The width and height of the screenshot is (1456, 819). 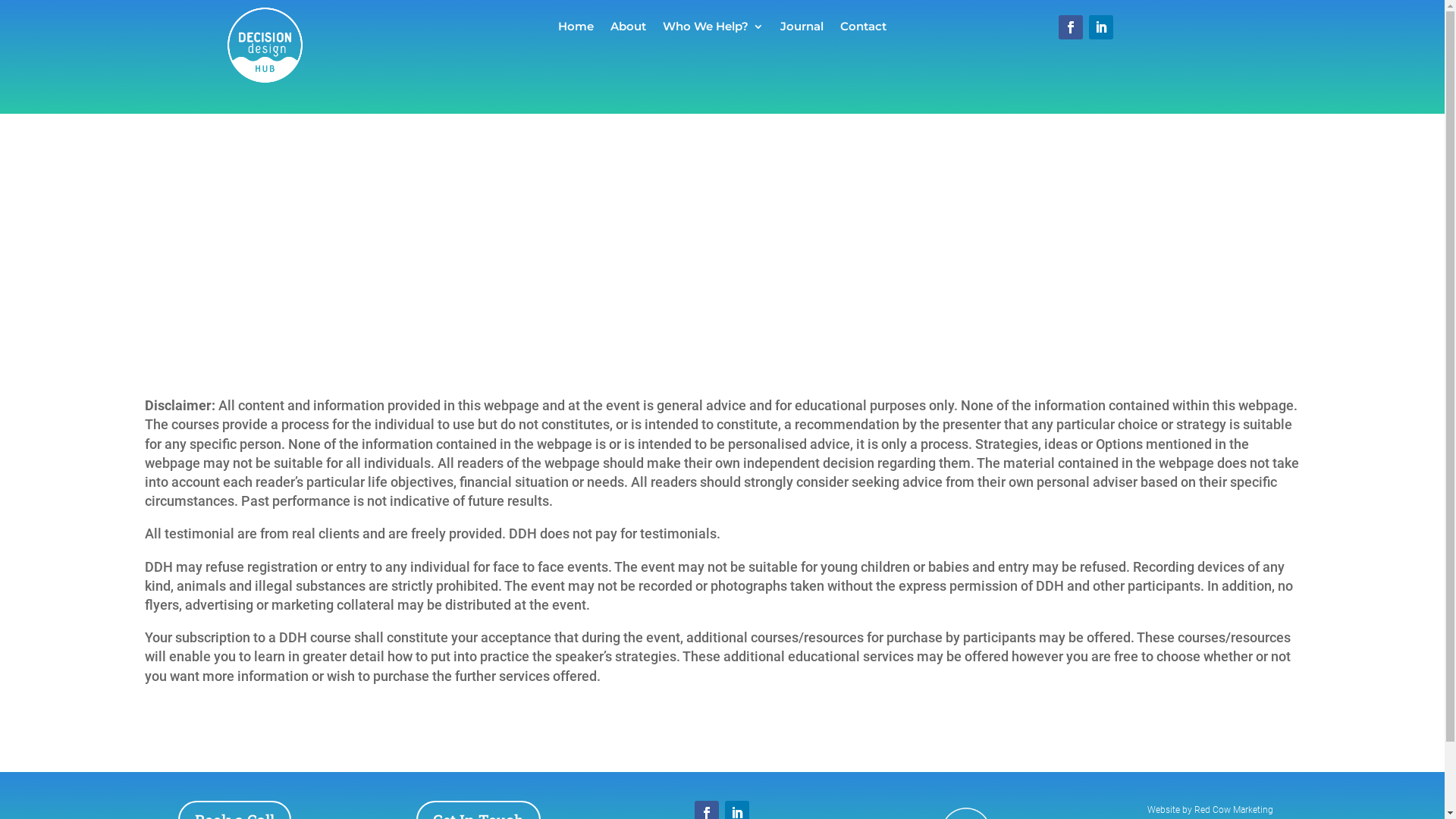 I want to click on 'Who We Help?', so click(x=712, y=29).